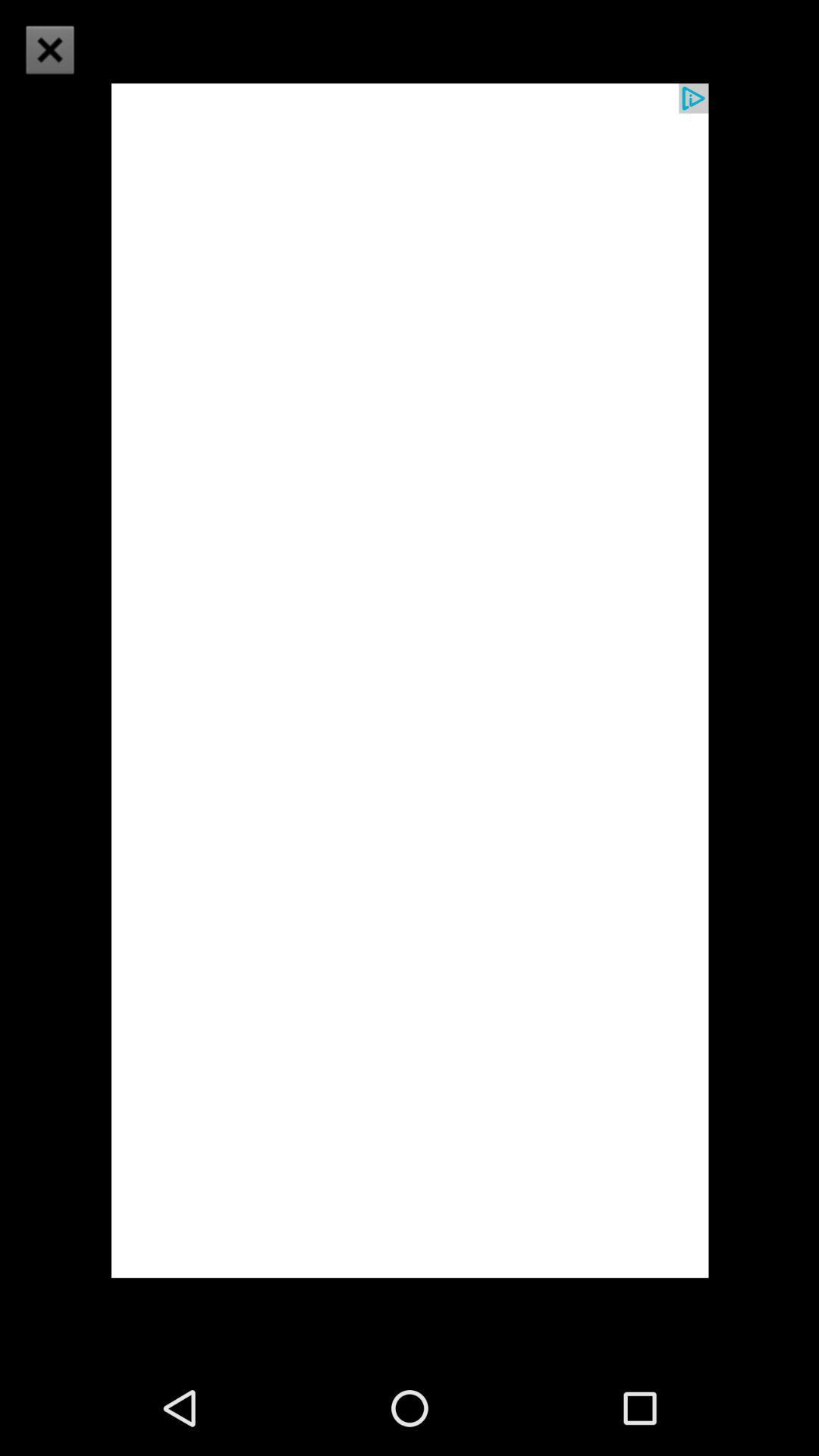 The image size is (819, 1456). Describe the element at coordinates (58, 59) in the screenshot. I see `the item at the top left corner` at that location.